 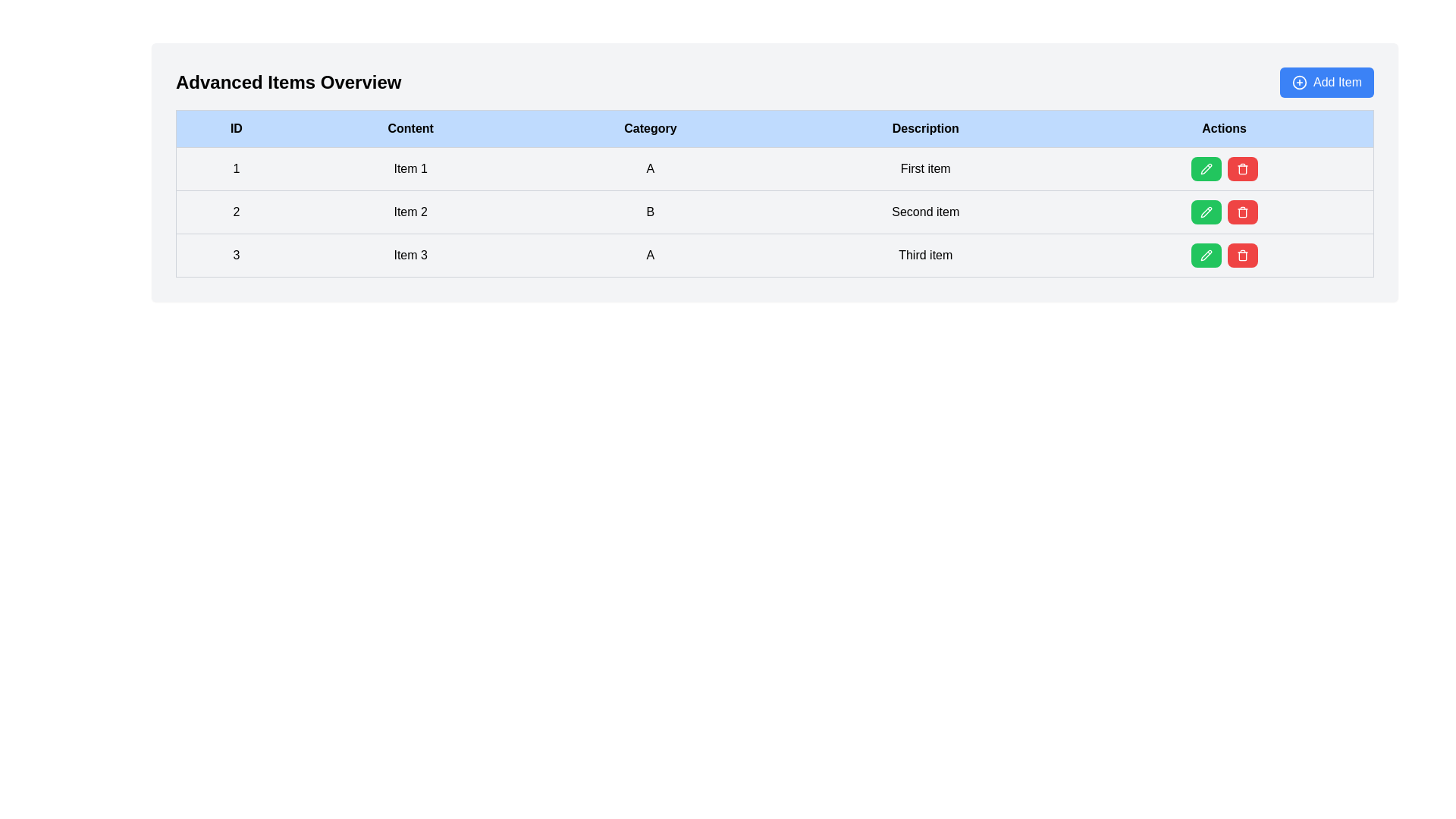 What do you see at coordinates (1205, 254) in the screenshot?
I see `the pencil-shaped icon within the green circular button in the 'Actions' column for 'Item 3'` at bounding box center [1205, 254].